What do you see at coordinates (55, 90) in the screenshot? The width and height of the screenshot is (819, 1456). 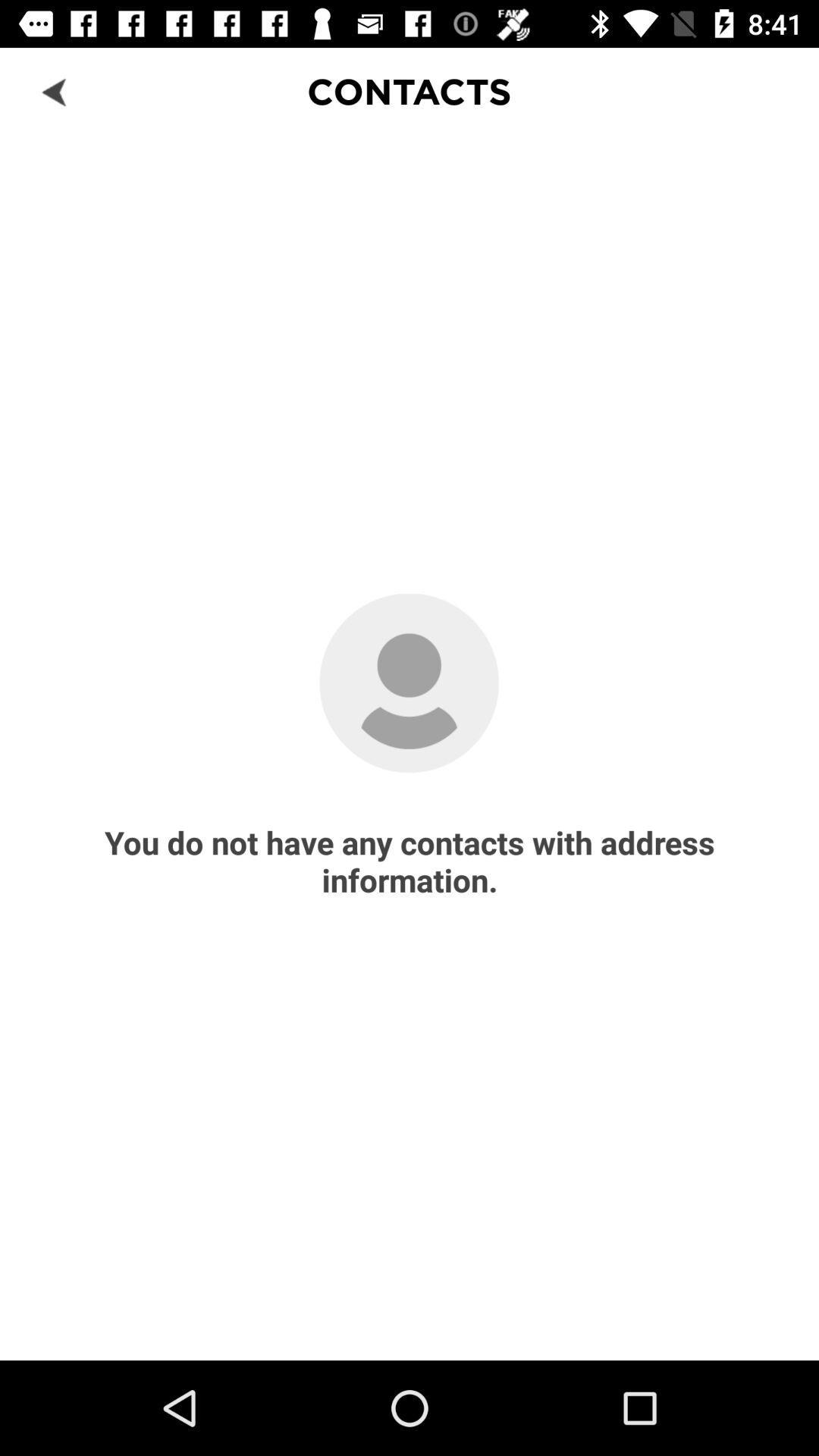 I see `go back` at bounding box center [55, 90].